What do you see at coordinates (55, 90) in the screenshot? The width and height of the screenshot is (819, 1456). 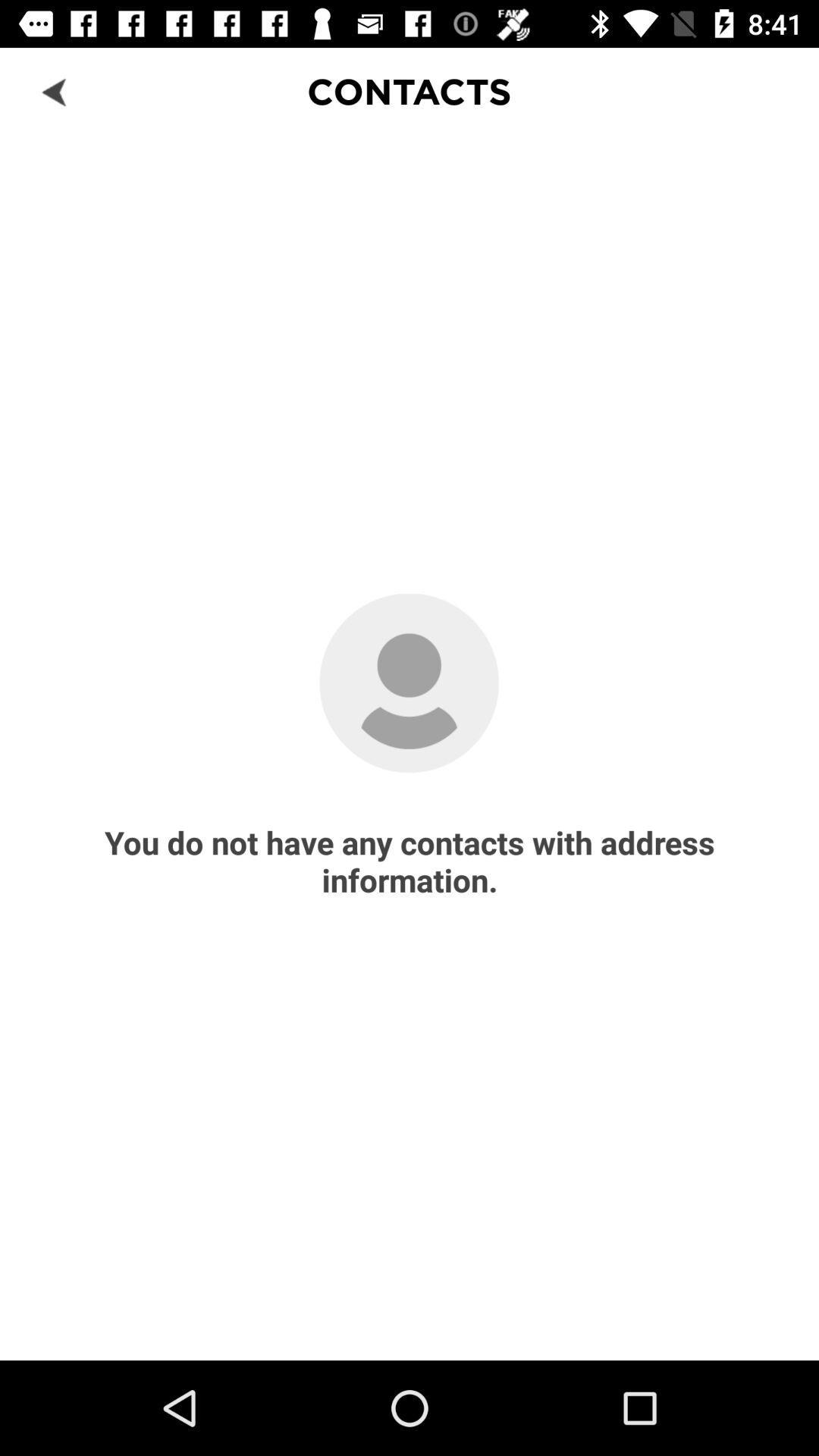 I see `go back` at bounding box center [55, 90].